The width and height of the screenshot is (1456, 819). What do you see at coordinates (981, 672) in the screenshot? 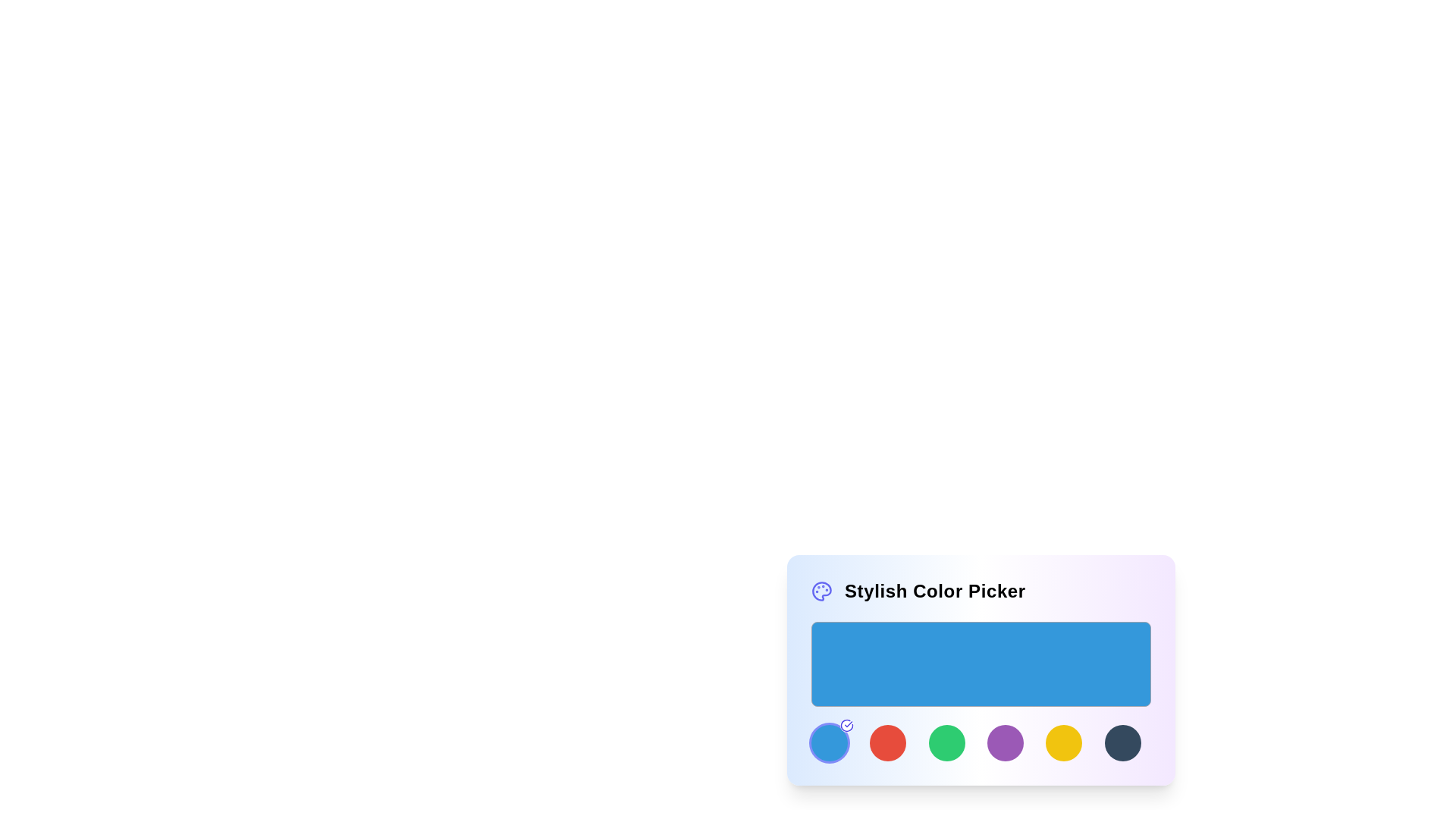
I see `properties of the Display area or preview pane within the Stylish Color Picker component, which has a blue background and is centrally placed below the heading 'Stylish Color Picker'` at bounding box center [981, 672].